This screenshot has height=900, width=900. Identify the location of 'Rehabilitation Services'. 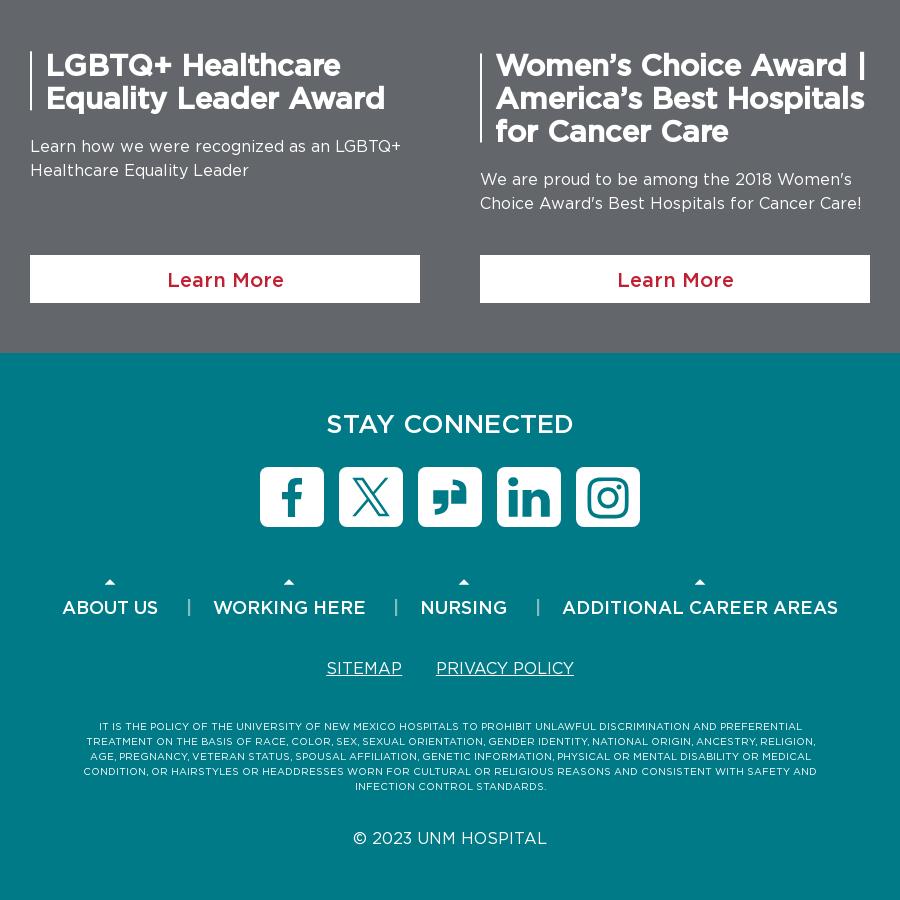
(698, 491).